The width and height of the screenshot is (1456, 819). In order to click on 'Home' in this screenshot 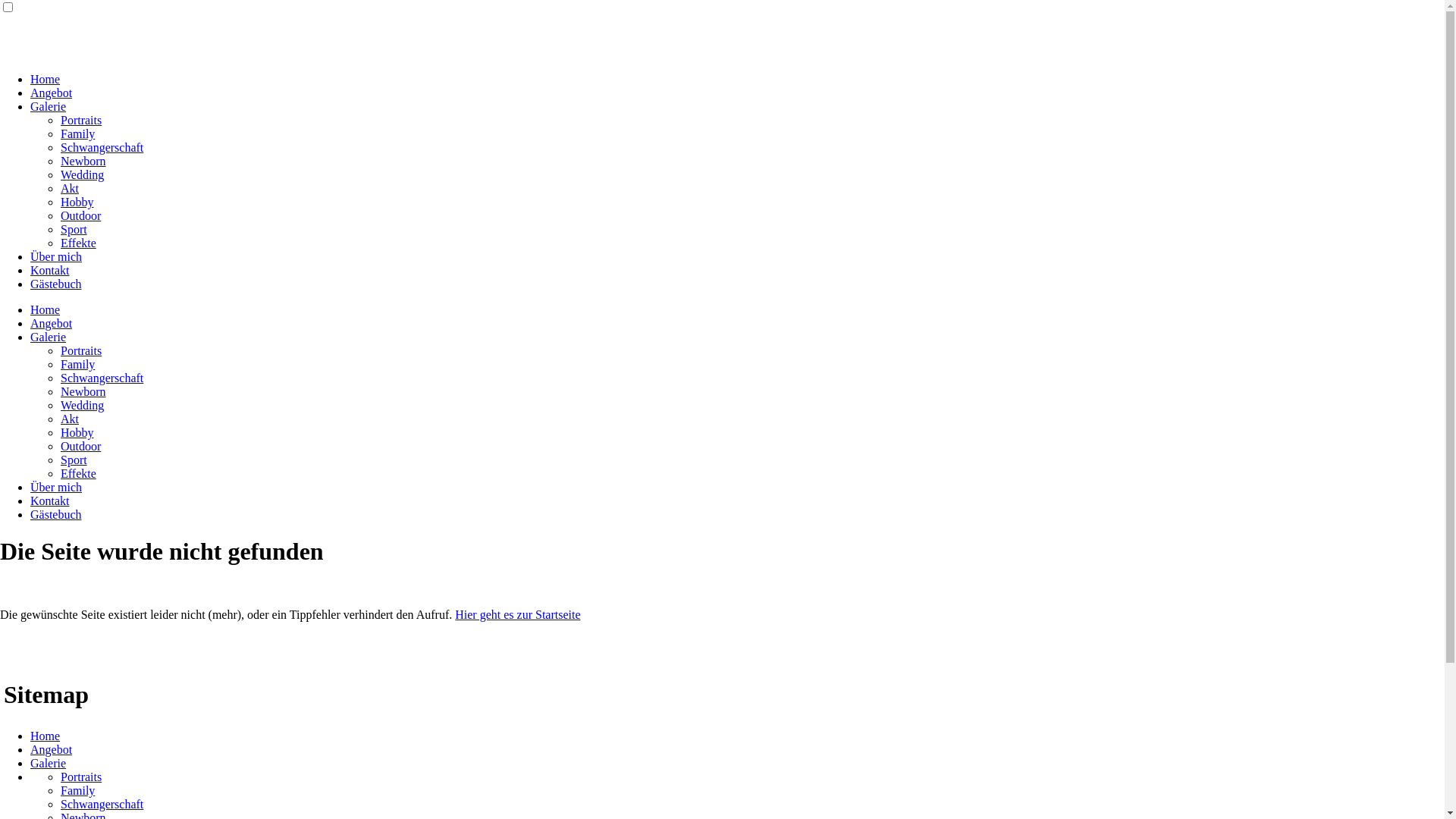, I will do `click(45, 735)`.